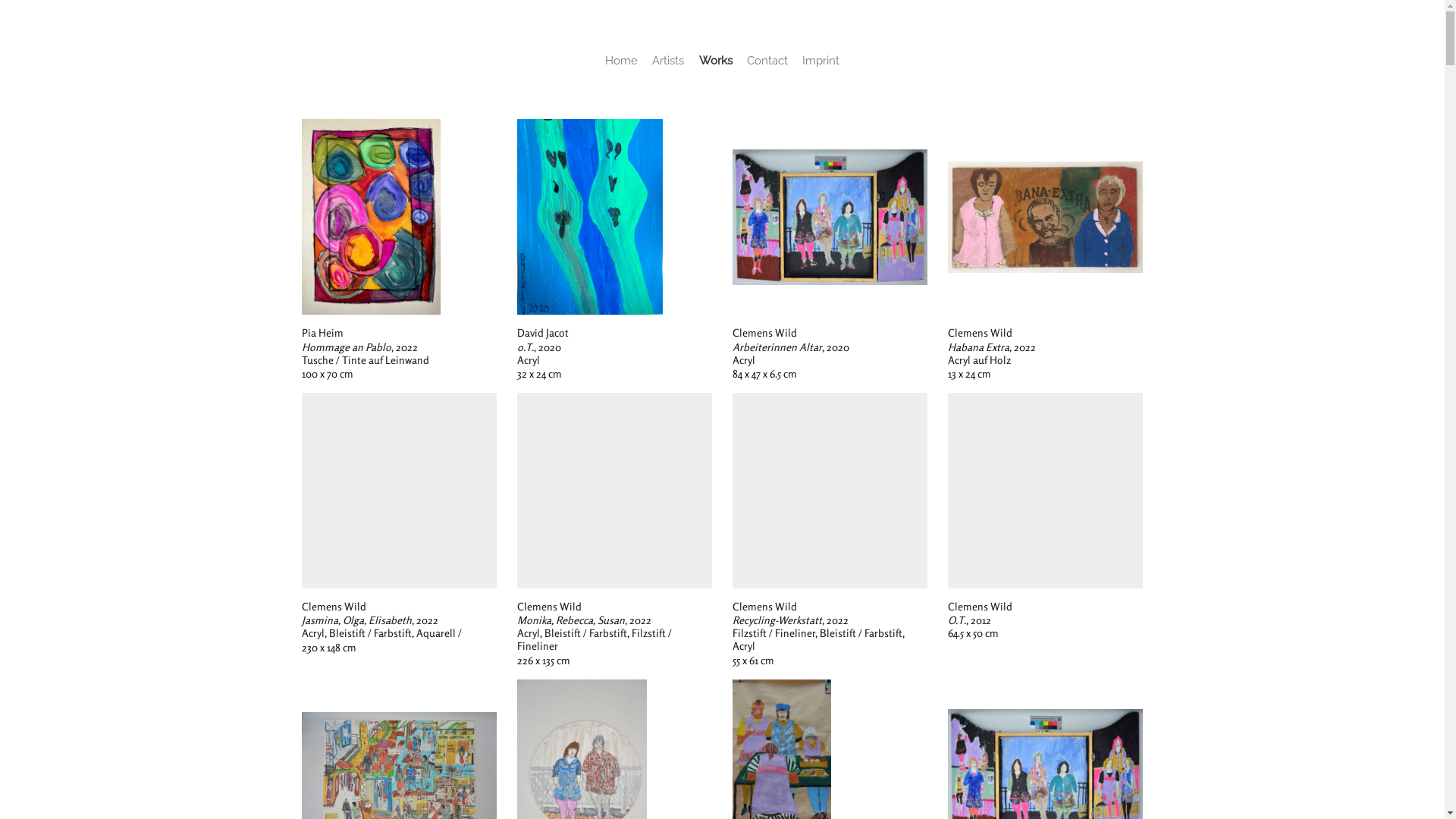  I want to click on 'o.T., 2020', so click(588, 216).